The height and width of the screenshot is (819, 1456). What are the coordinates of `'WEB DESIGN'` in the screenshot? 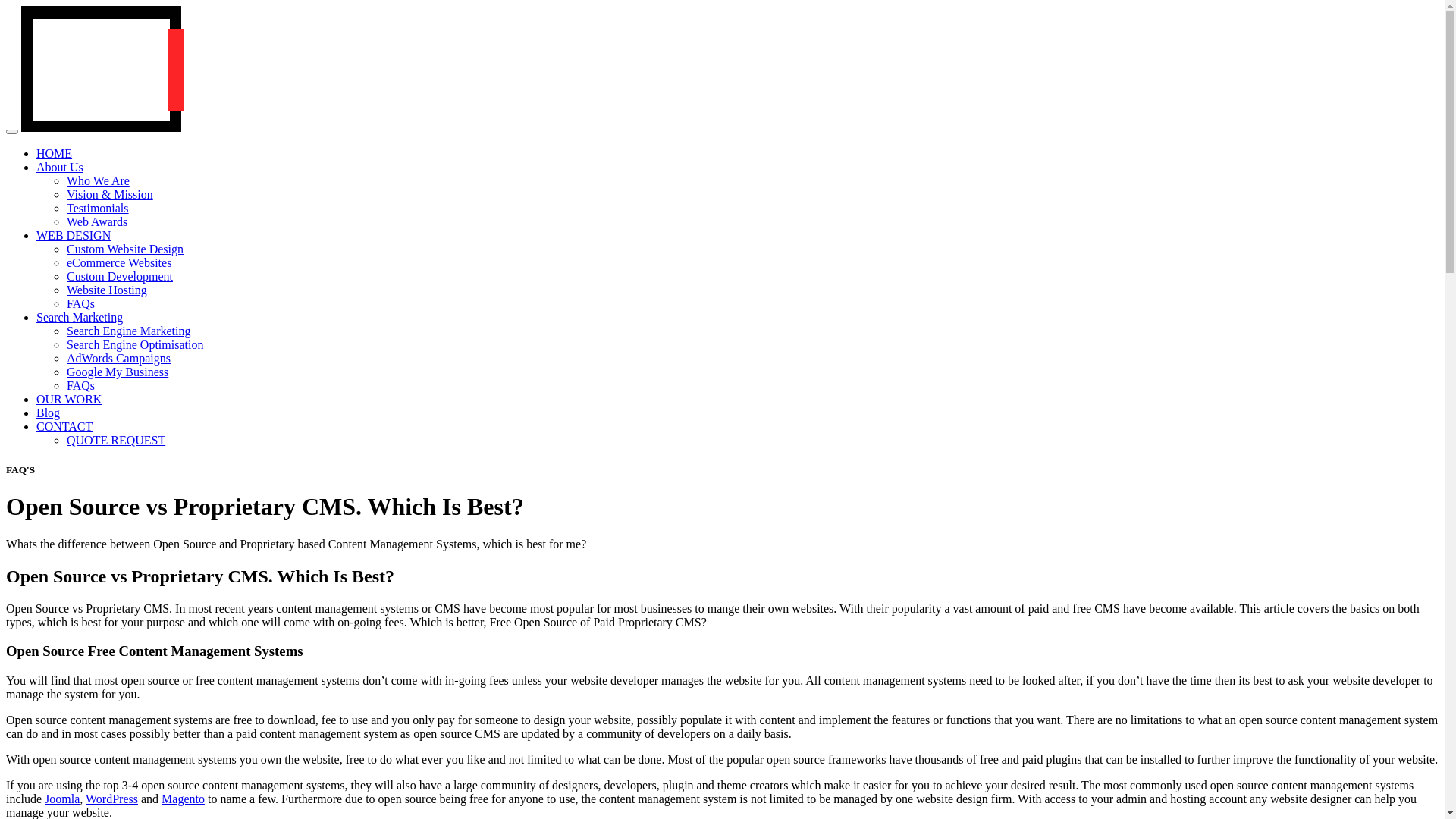 It's located at (36, 235).